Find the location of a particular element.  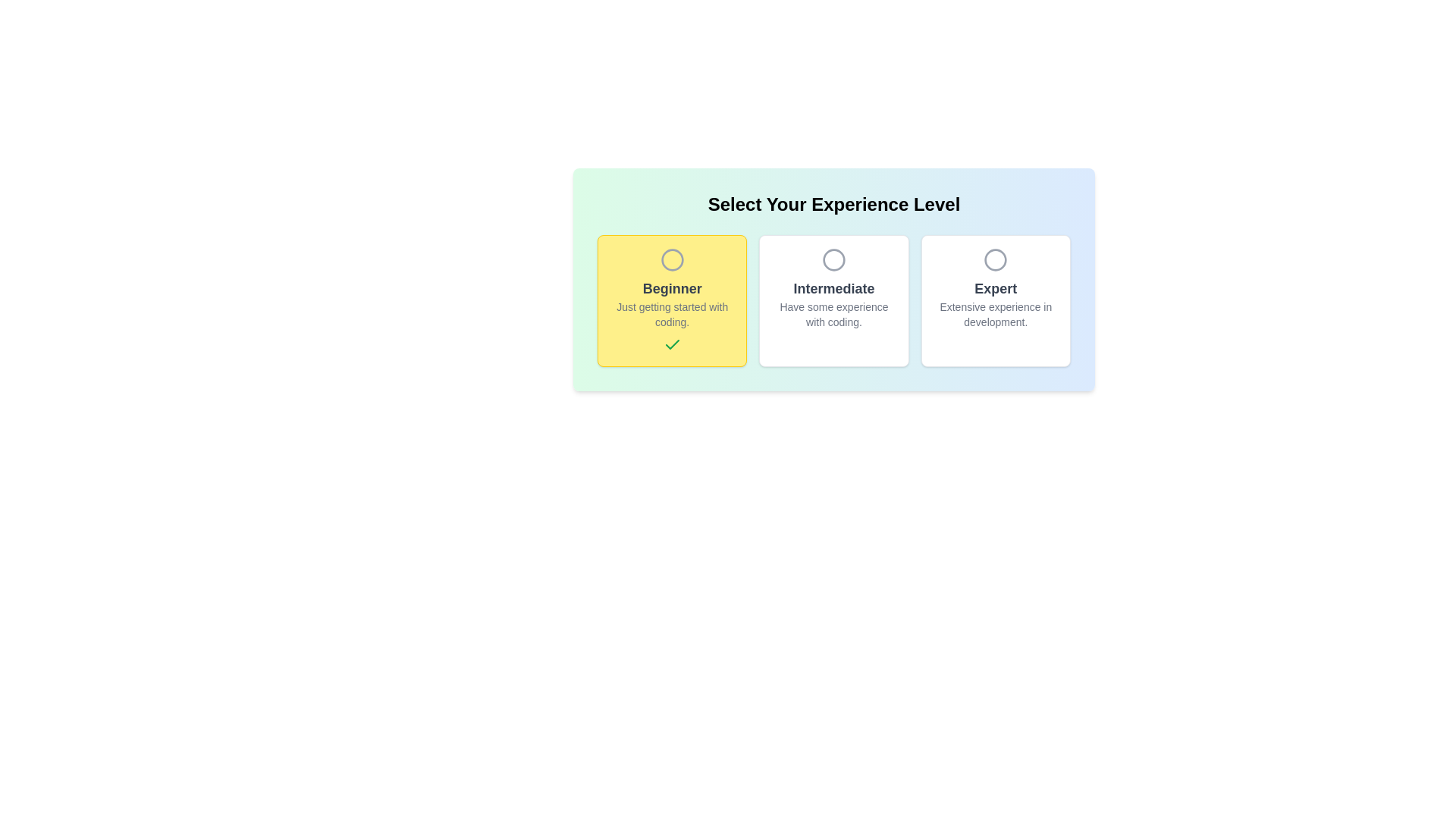

descriptive text that clarifies the meaning or requirements of the 'Intermediate' option located below the heading 'Intermediate' in the centered panel is located at coordinates (833, 314).